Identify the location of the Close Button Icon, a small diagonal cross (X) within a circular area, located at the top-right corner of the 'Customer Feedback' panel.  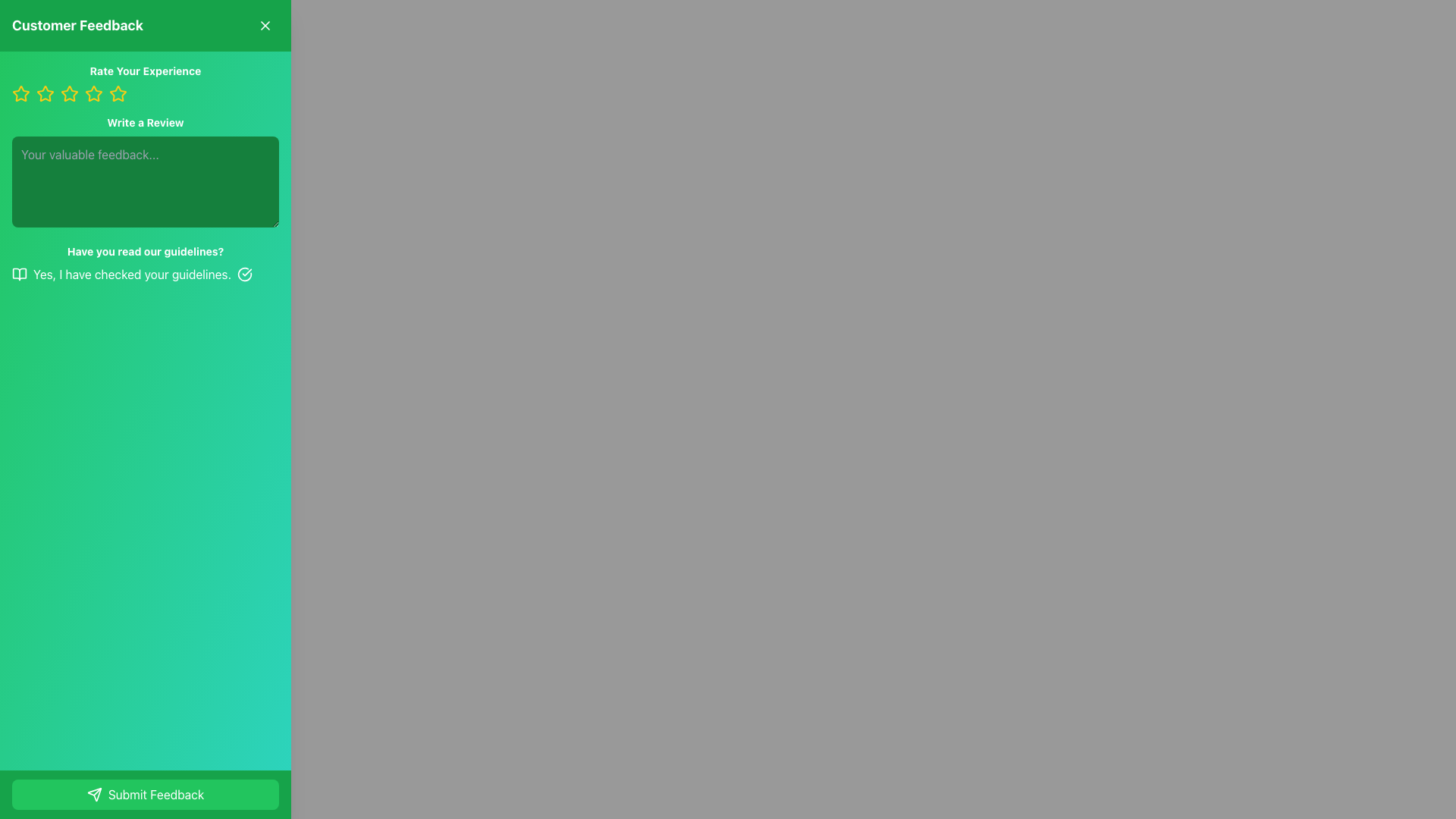
(265, 26).